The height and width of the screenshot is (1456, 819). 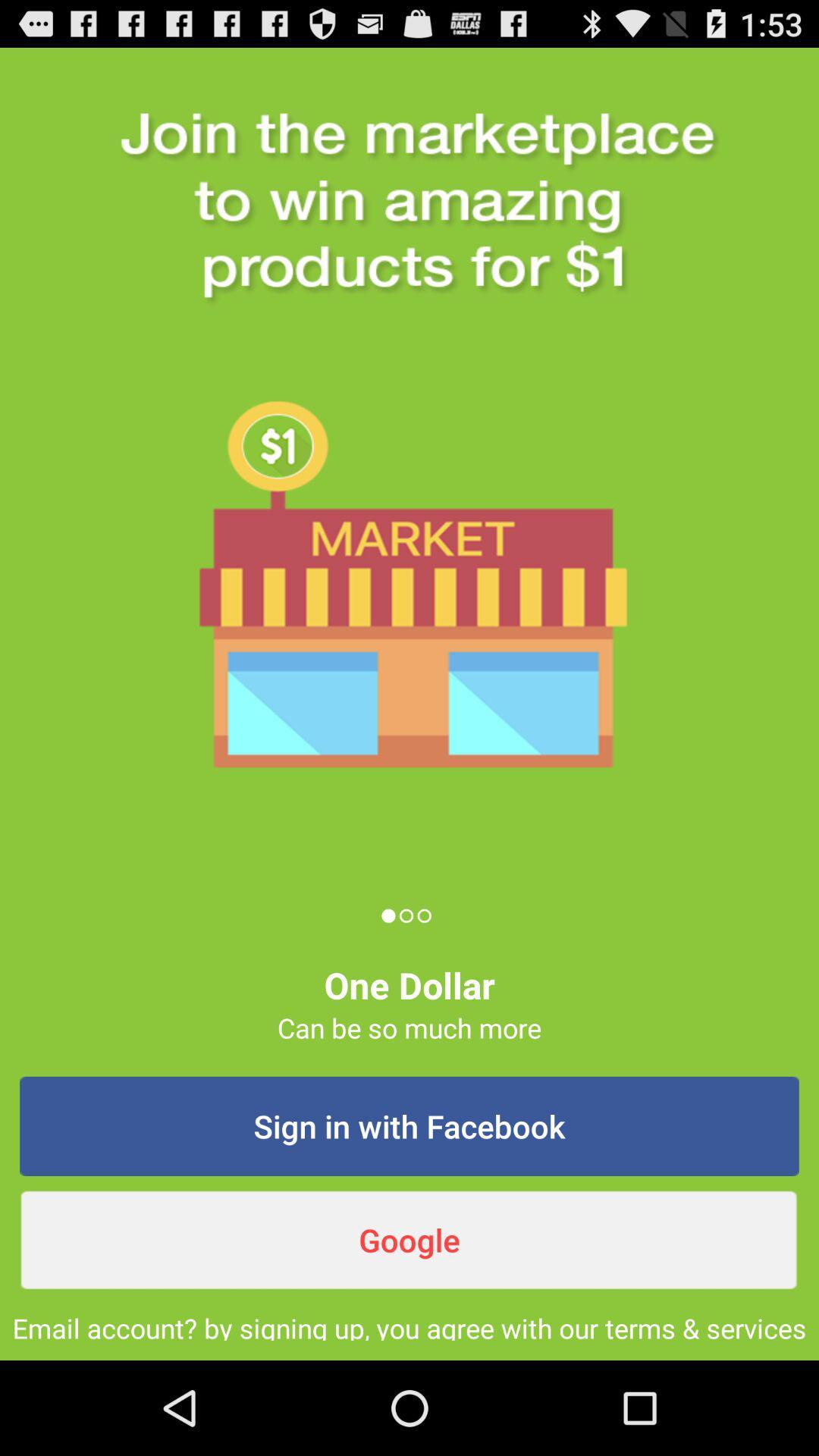 What do you see at coordinates (409, 1126) in the screenshot?
I see `item below can be so` at bounding box center [409, 1126].